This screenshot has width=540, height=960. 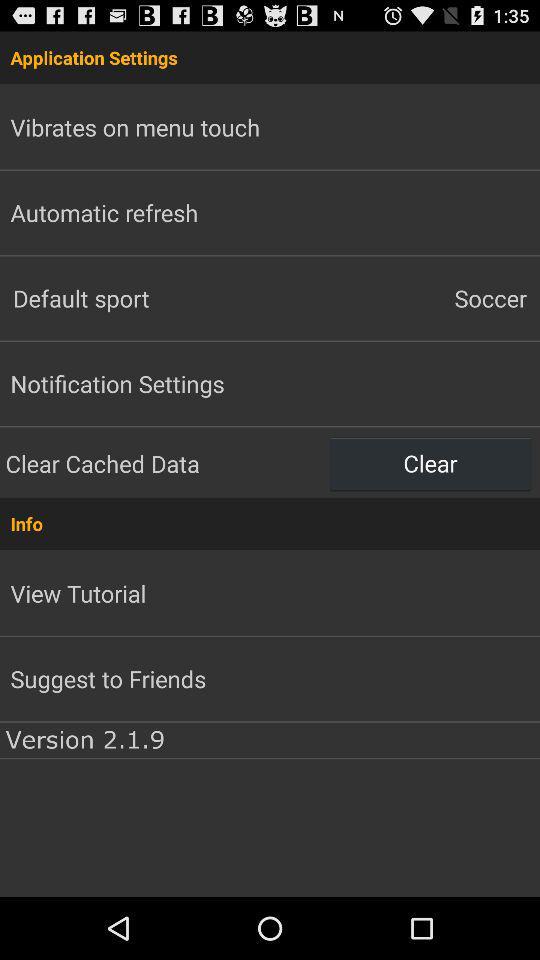 I want to click on the soccer icon, so click(x=405, y=297).